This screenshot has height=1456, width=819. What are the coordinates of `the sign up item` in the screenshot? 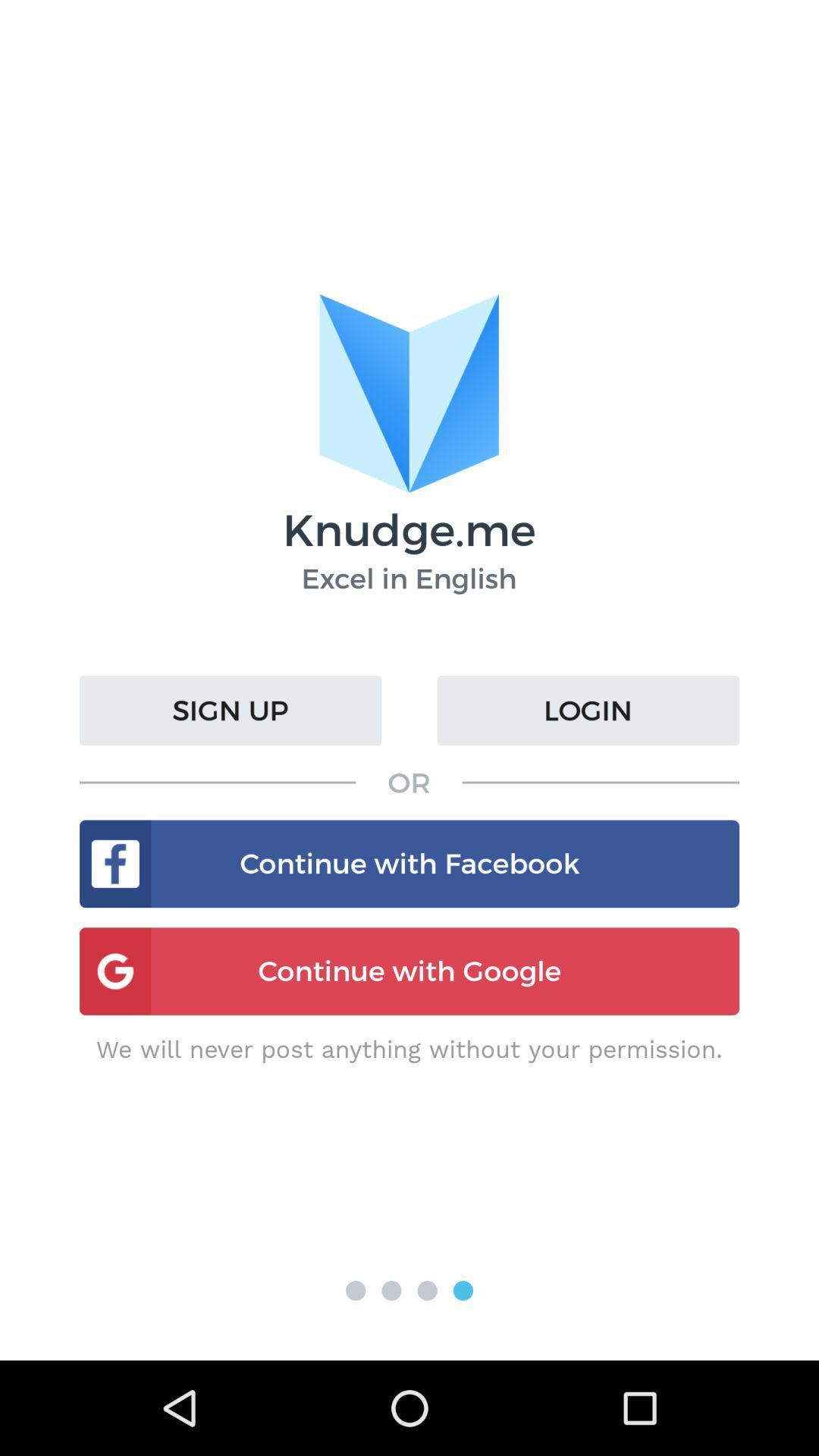 It's located at (231, 710).